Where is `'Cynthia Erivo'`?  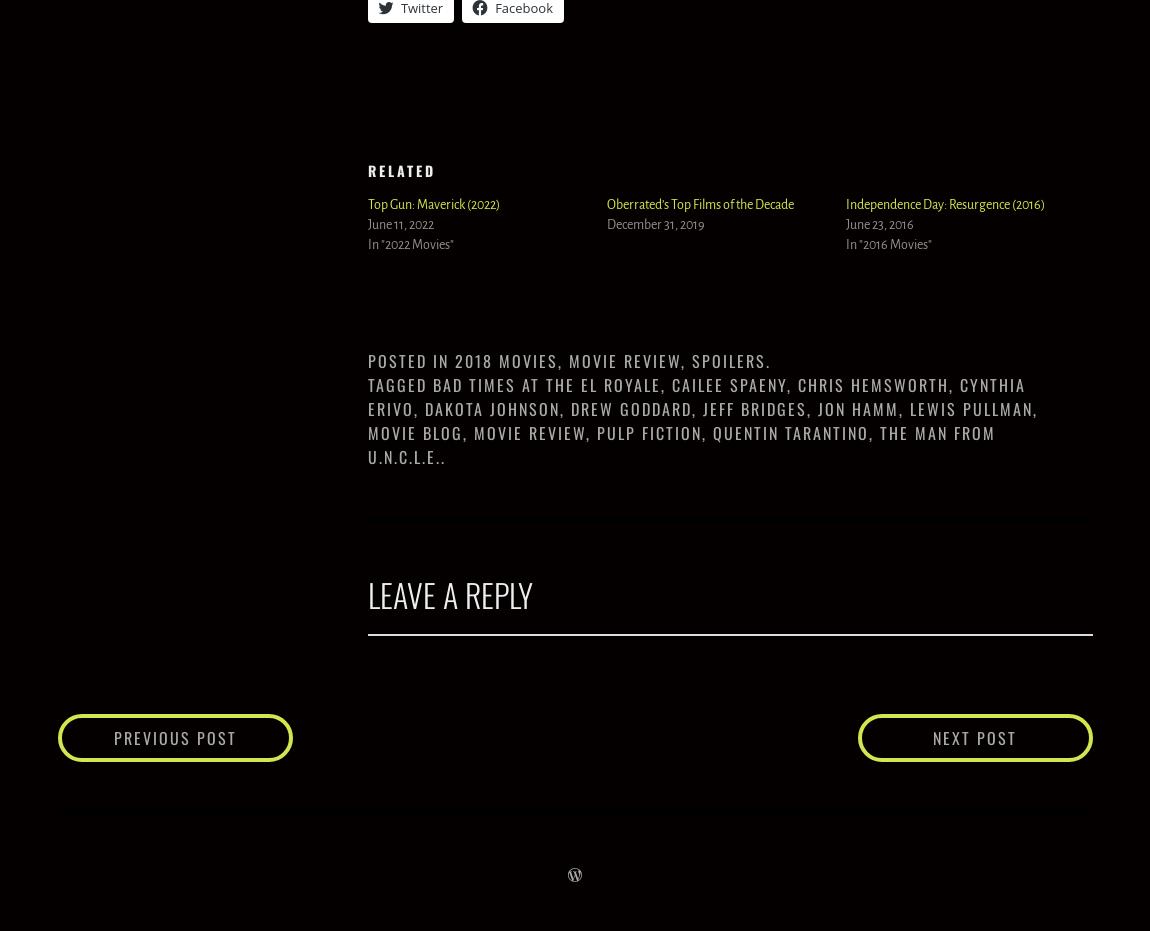 'Cynthia Erivo' is located at coordinates (368, 395).